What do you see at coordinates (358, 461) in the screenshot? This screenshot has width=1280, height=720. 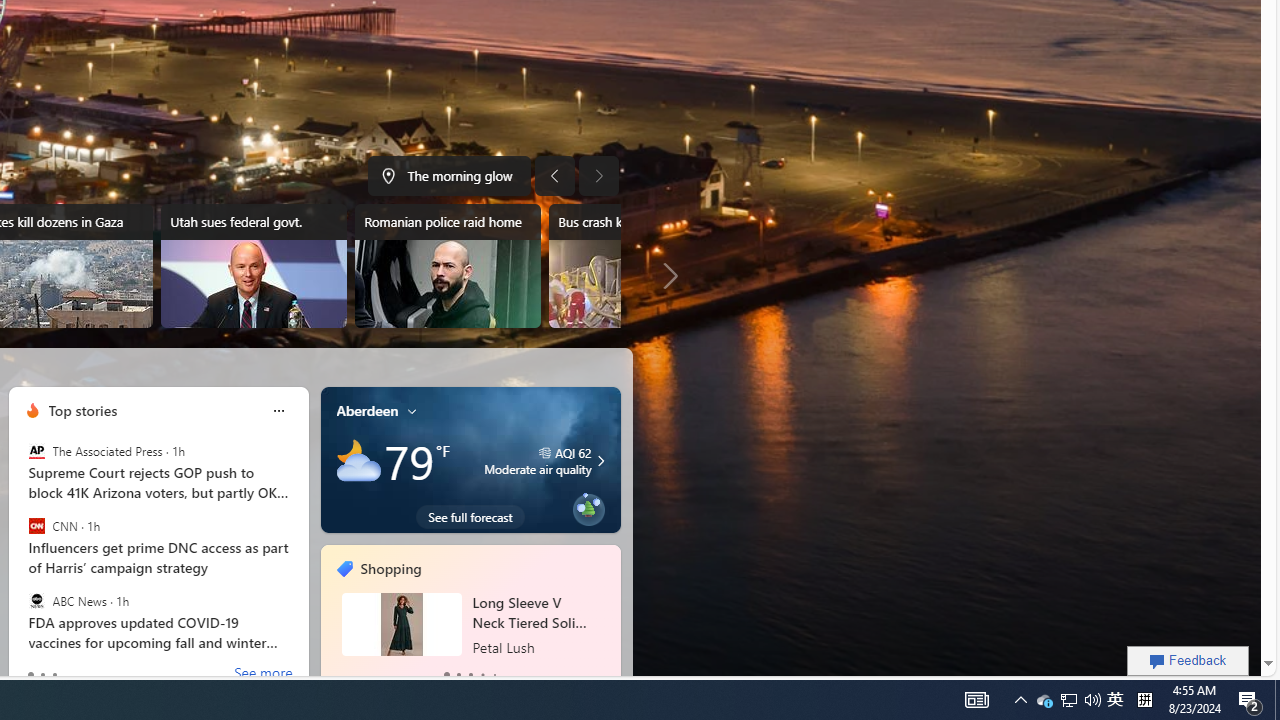 I see `'Mostly cloudy'` at bounding box center [358, 461].